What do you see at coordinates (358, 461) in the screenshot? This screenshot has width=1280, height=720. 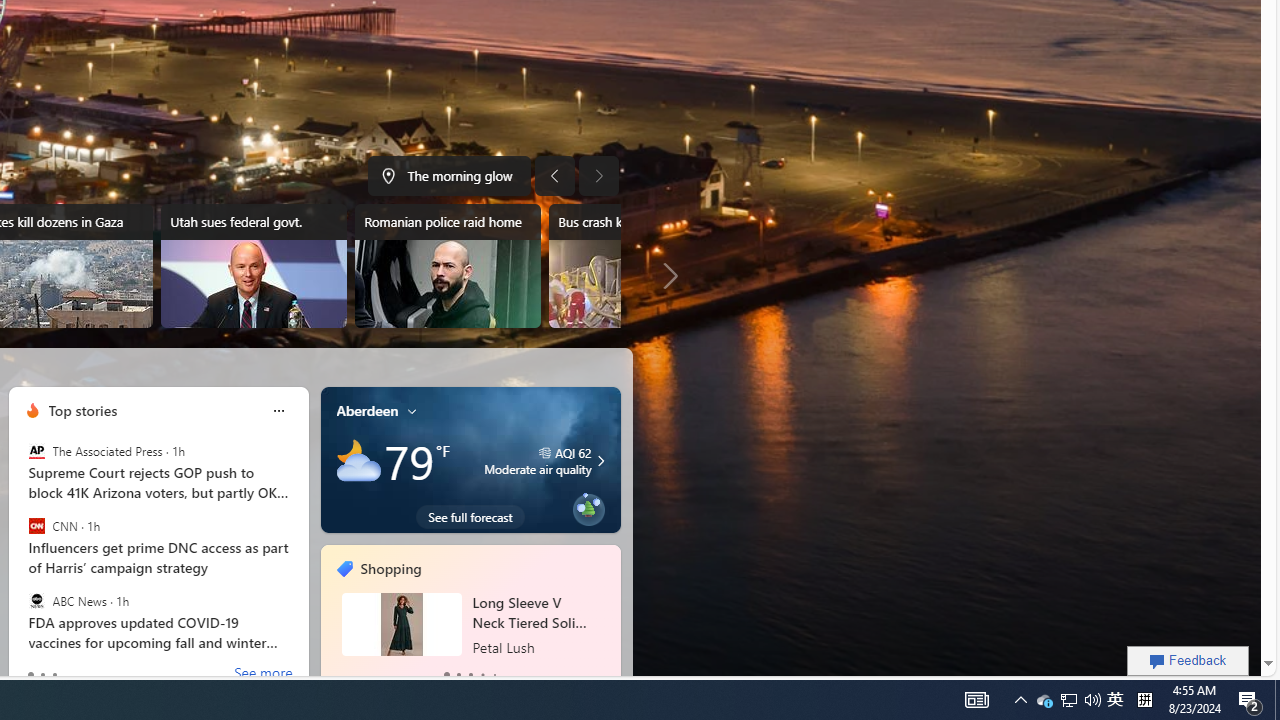 I see `'Mostly cloudy'` at bounding box center [358, 461].